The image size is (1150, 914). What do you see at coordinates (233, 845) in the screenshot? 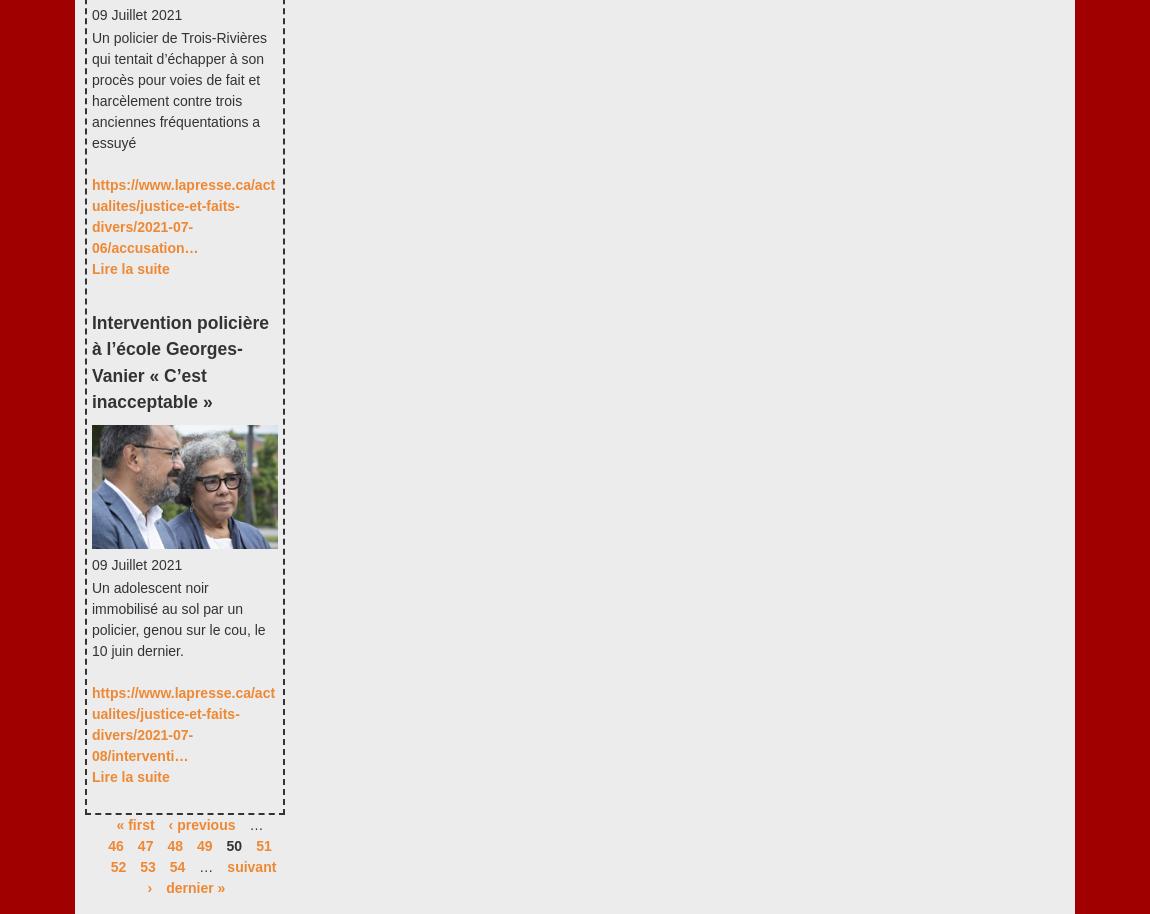
I see `'50'` at bounding box center [233, 845].